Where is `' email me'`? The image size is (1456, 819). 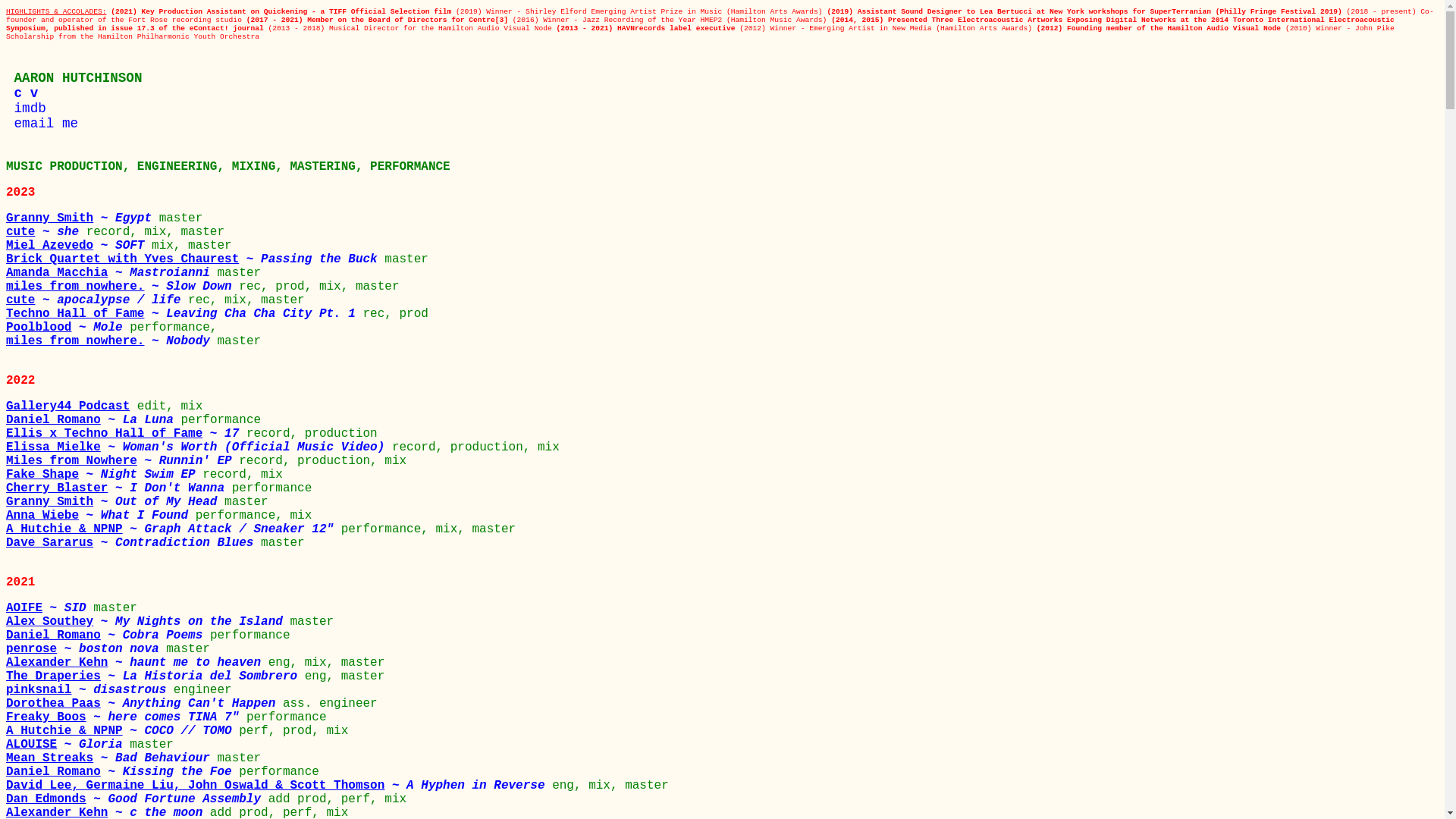
' email me' is located at coordinates (42, 122).